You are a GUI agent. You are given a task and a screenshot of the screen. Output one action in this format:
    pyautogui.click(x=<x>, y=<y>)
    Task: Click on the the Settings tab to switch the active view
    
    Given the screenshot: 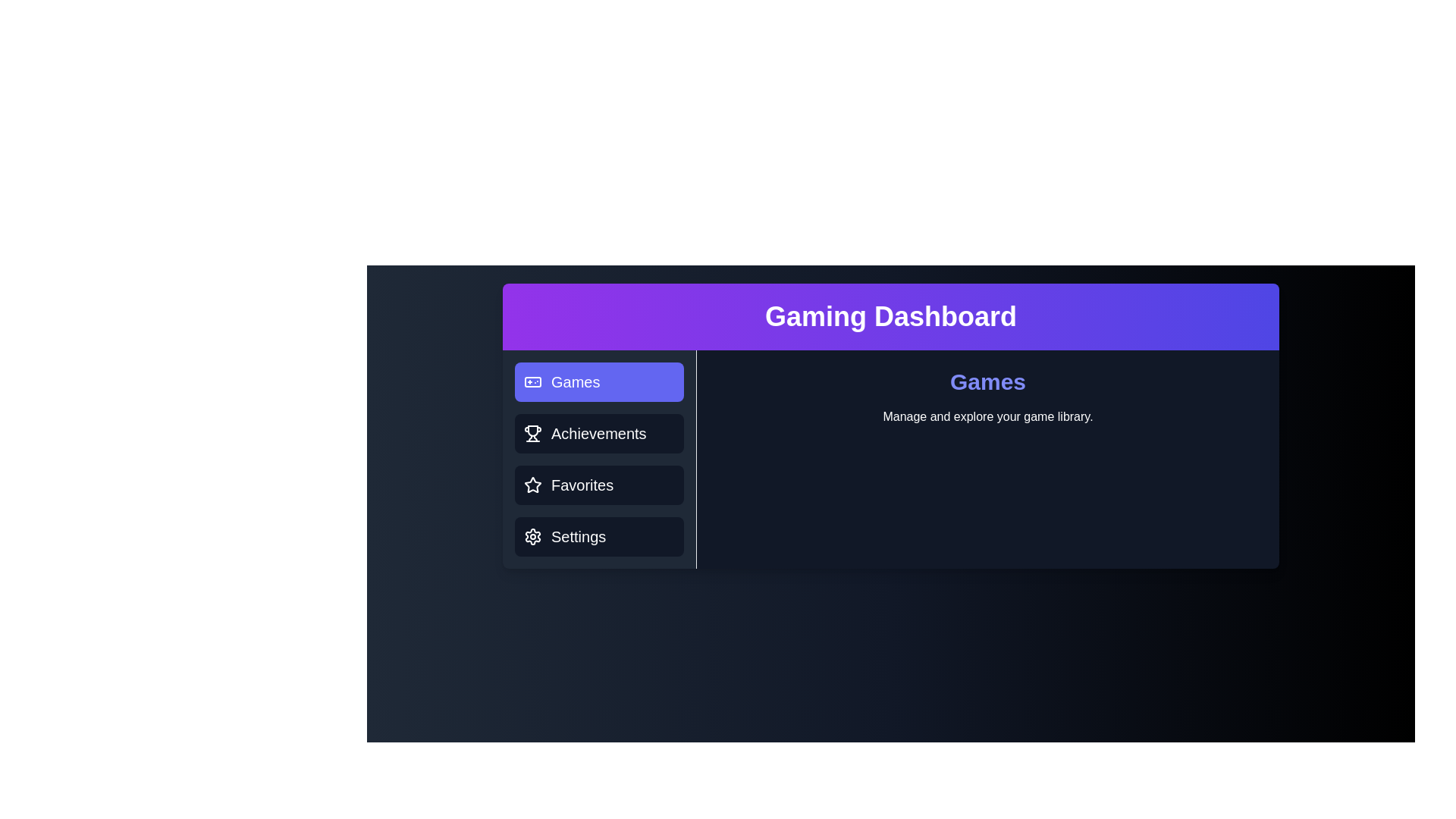 What is the action you would take?
    pyautogui.click(x=598, y=536)
    